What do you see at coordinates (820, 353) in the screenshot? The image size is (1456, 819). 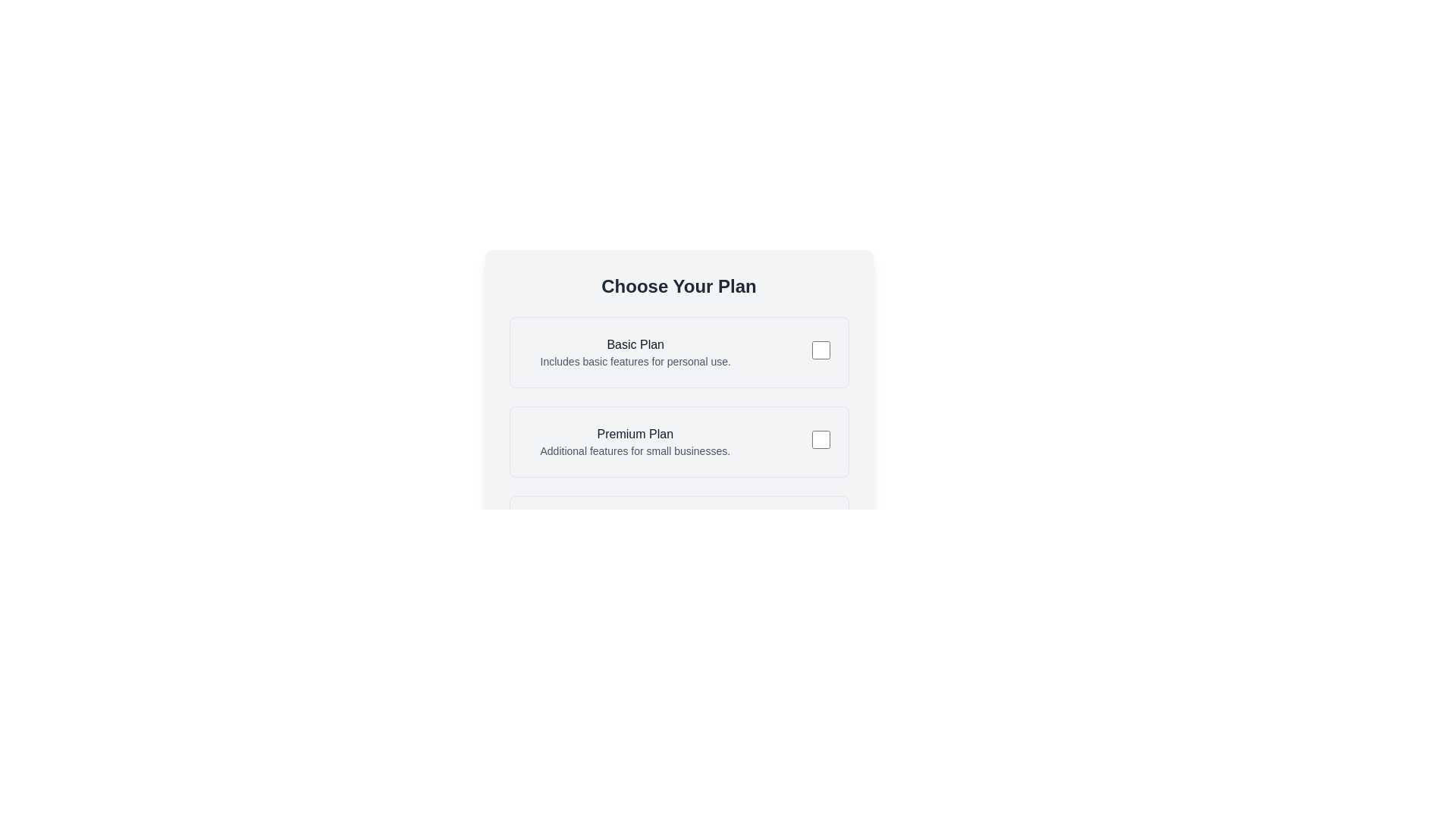 I see `the checkbox for the 'Basic Plan' option` at bounding box center [820, 353].